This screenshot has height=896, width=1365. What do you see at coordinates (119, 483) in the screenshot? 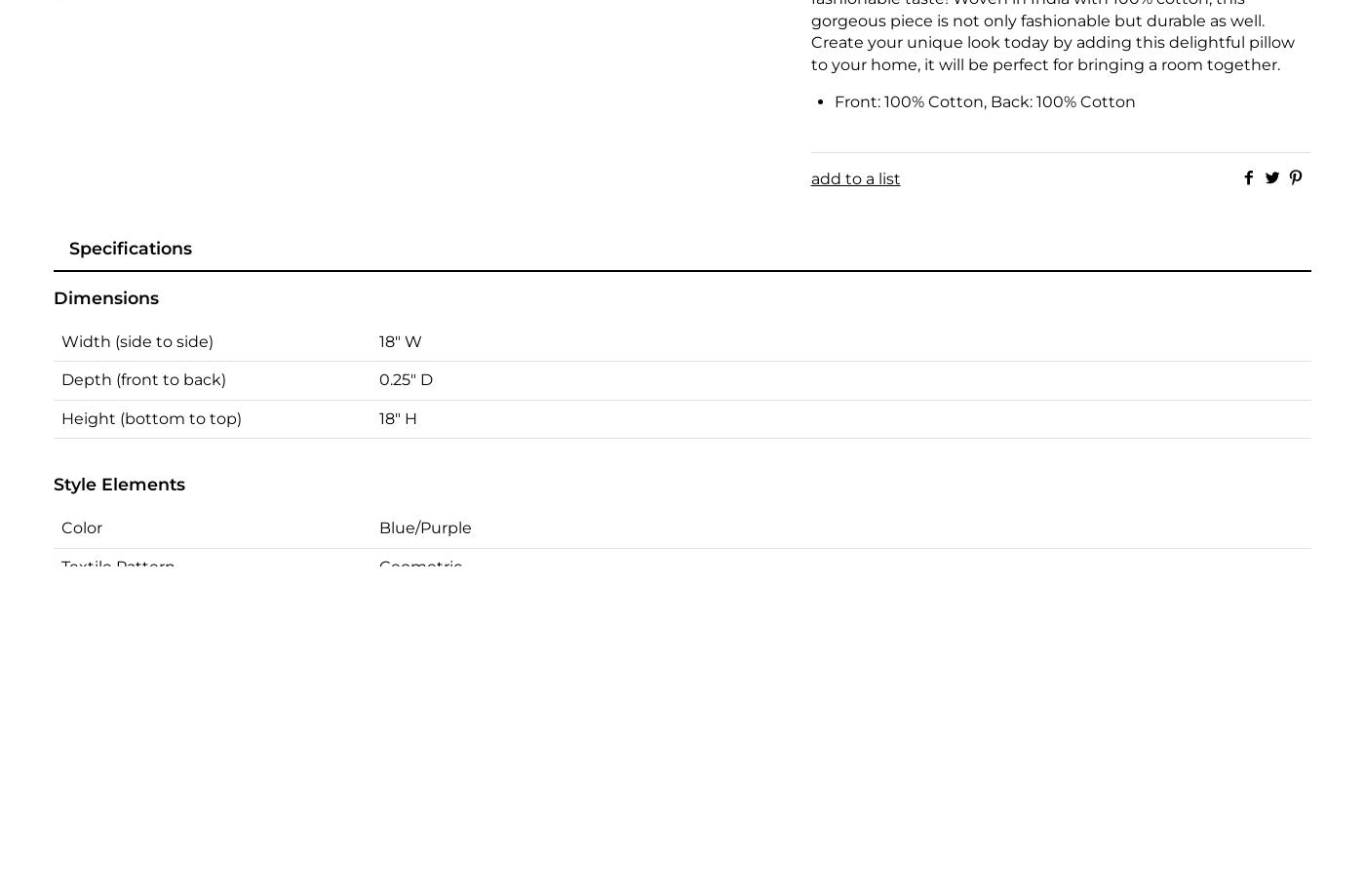
I see `'Style Elements'` at bounding box center [119, 483].